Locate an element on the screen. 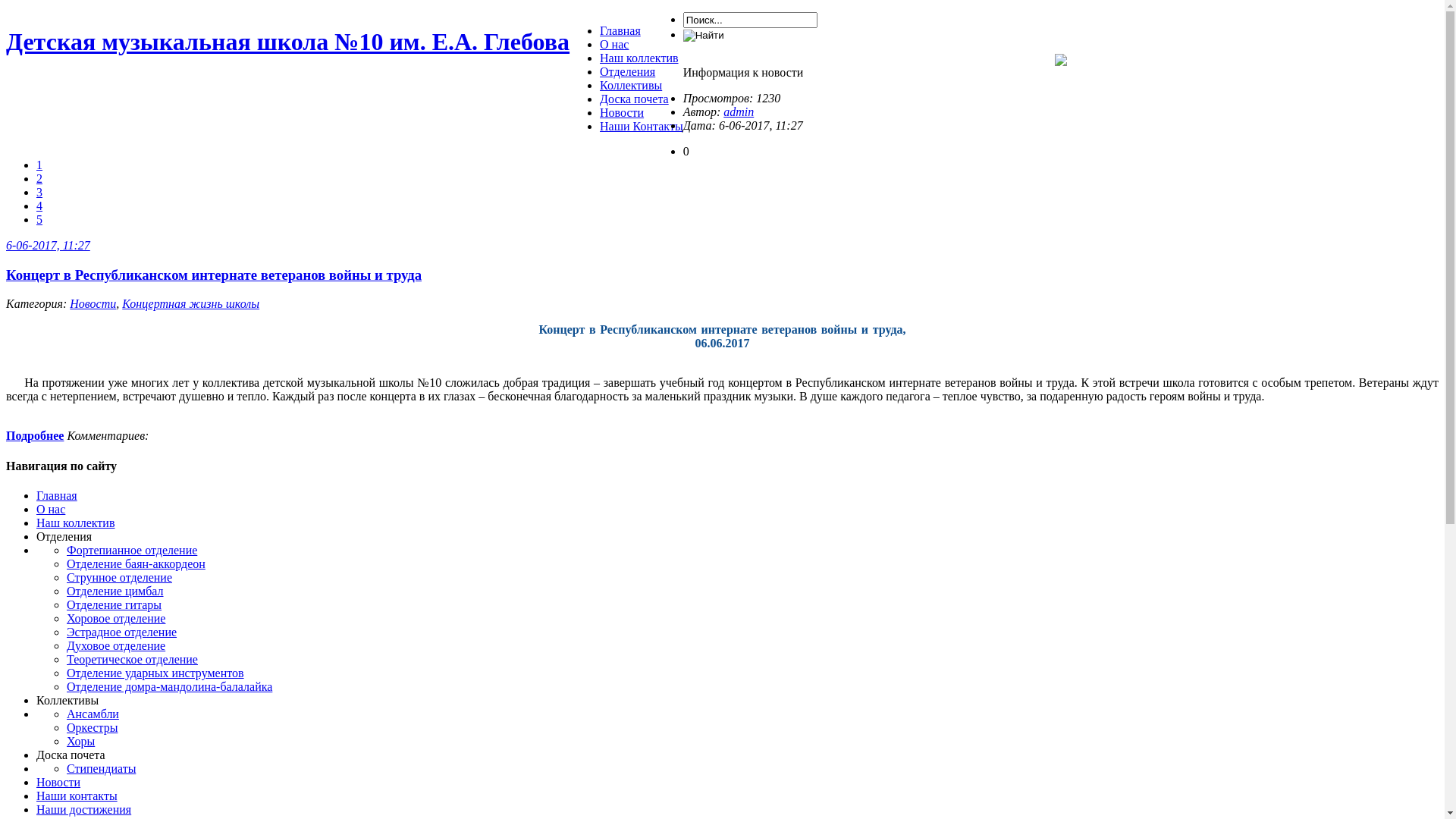  '4' is located at coordinates (39, 206).